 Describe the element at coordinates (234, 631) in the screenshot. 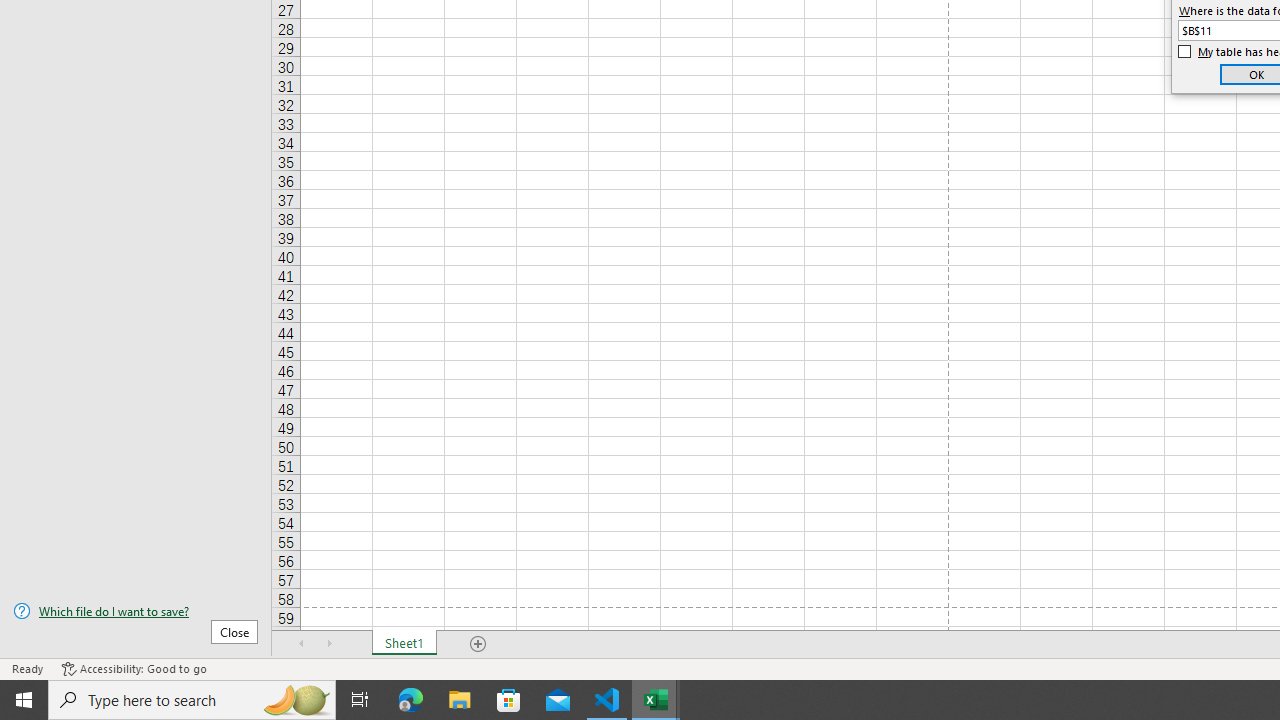

I see `'Close'` at that location.